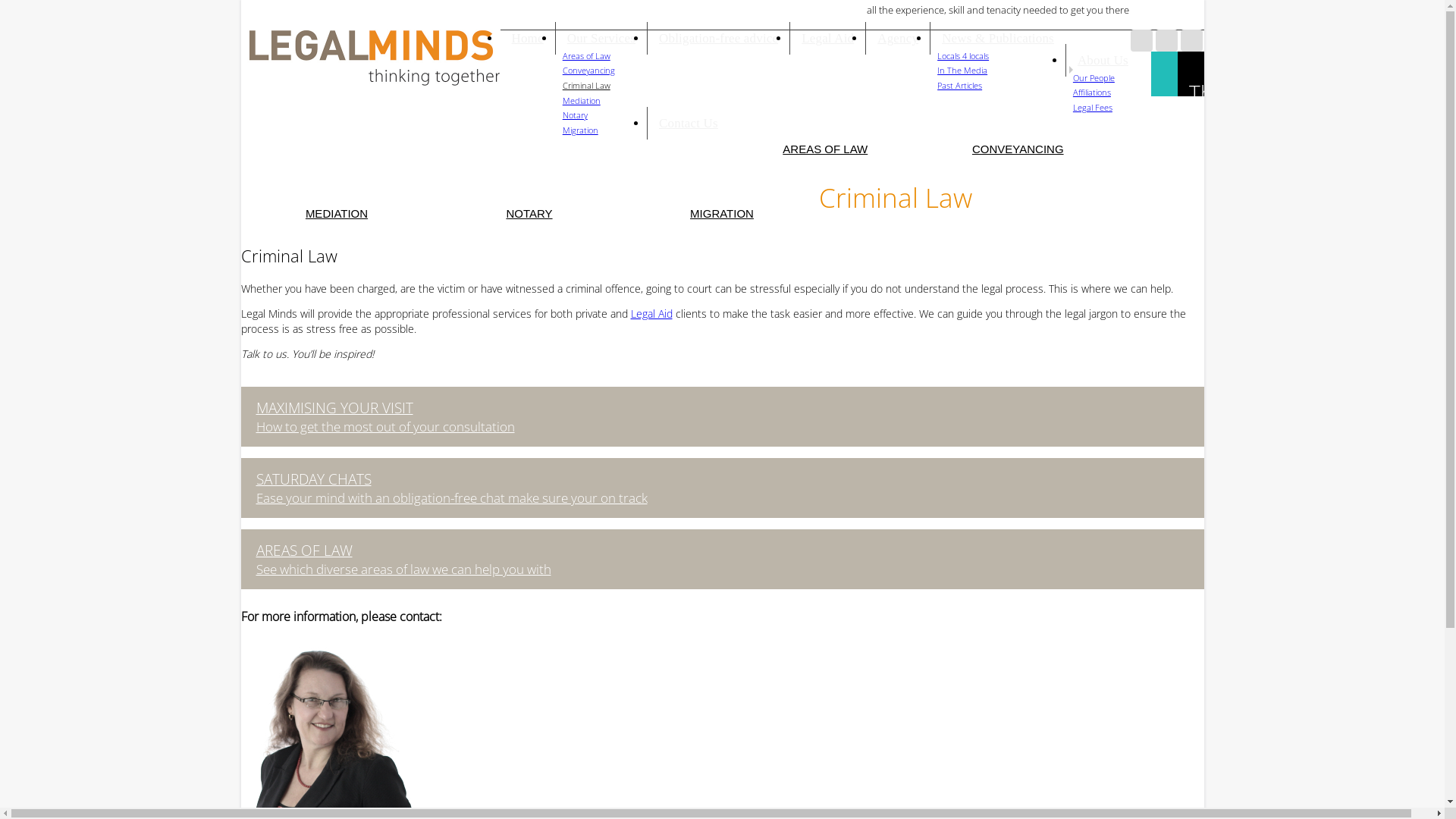 This screenshot has width=1456, height=819. Describe the element at coordinates (997, 37) in the screenshot. I see `'News & Publications'` at that location.